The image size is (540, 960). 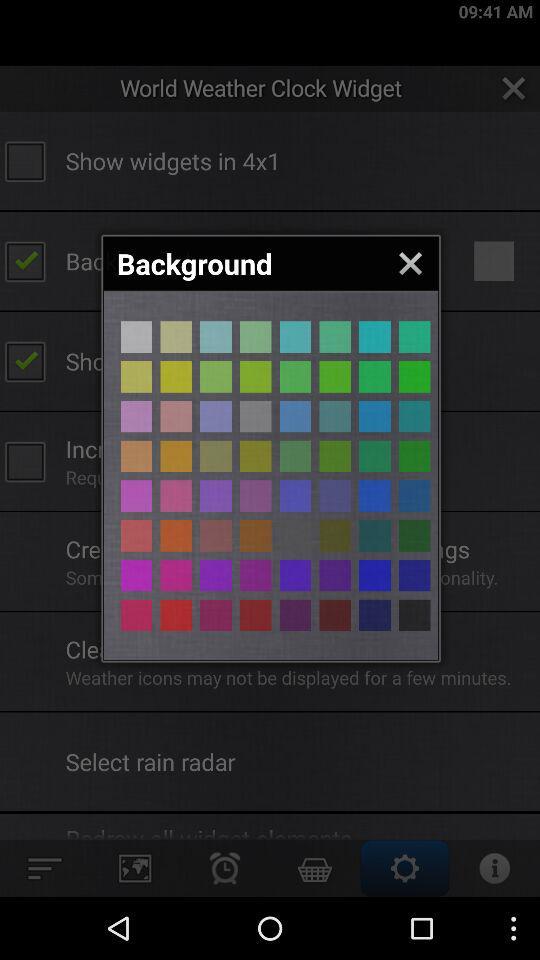 What do you see at coordinates (413, 415) in the screenshot?
I see `background color` at bounding box center [413, 415].